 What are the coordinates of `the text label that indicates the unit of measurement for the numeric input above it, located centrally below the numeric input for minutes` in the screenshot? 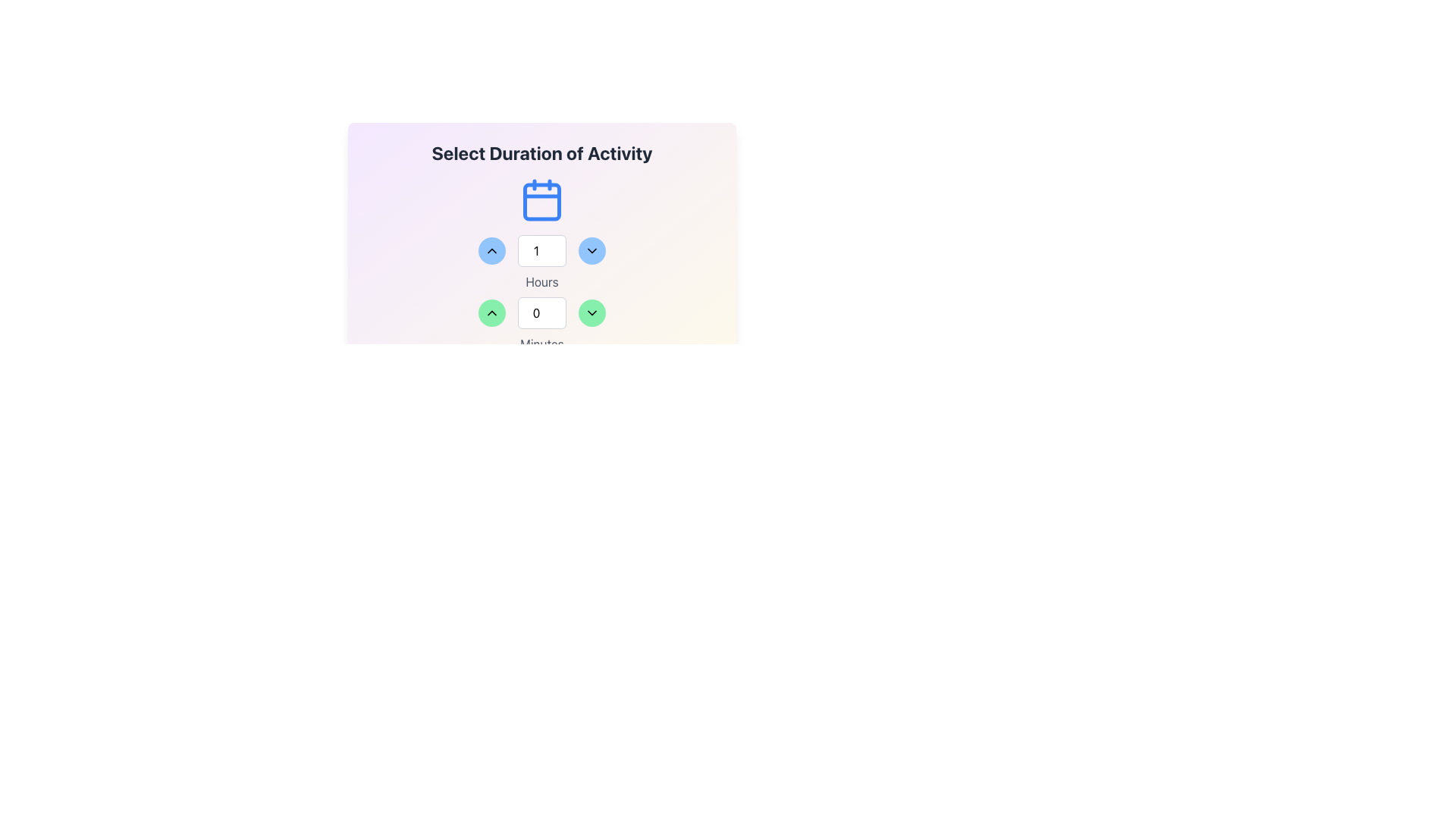 It's located at (542, 344).